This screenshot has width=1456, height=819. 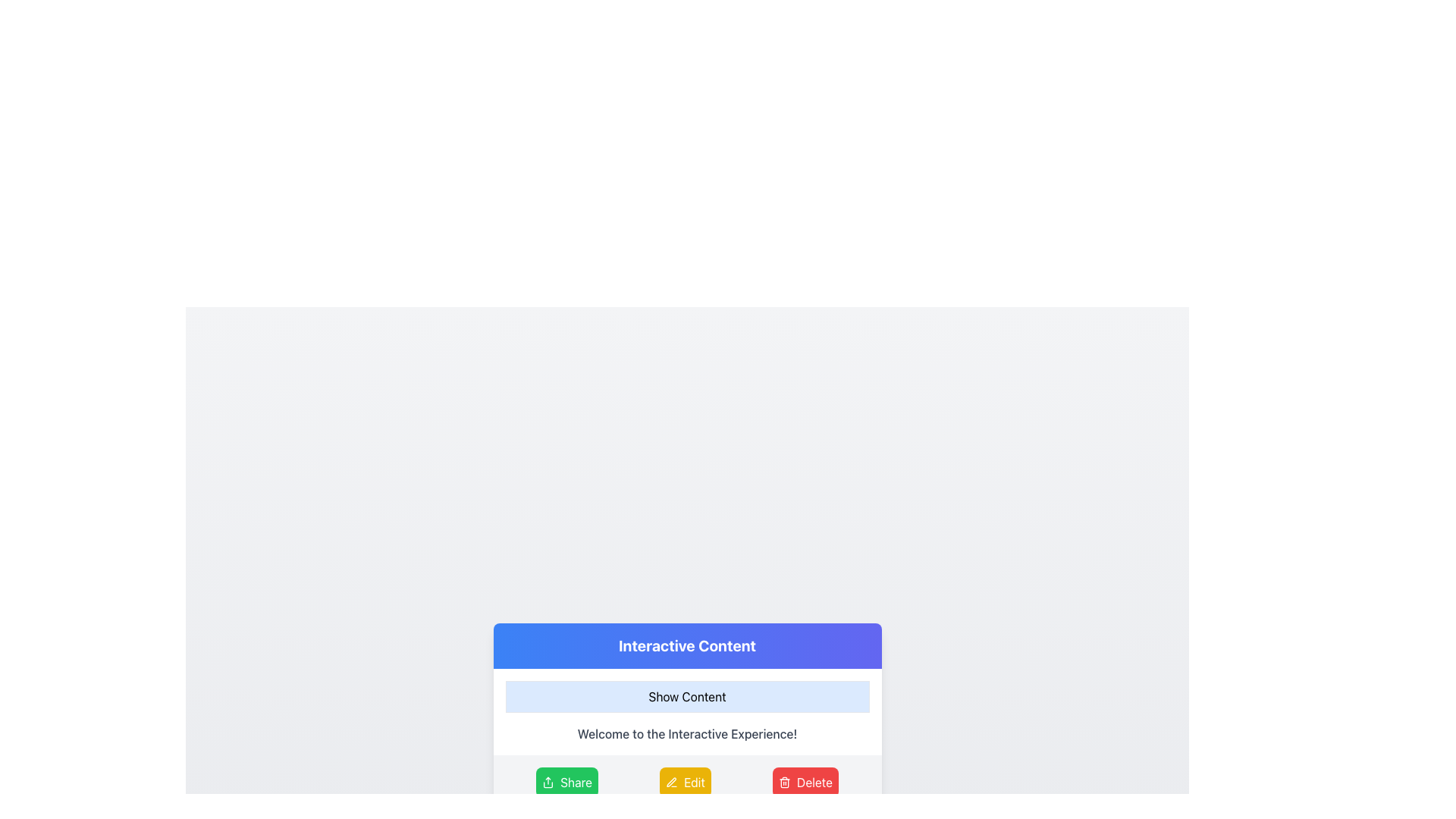 I want to click on the text element that displays 'Welcome to the Interactive Experience!' which is styled with a medium font weight and gray color, located below the 'Show Content' box, so click(x=686, y=733).